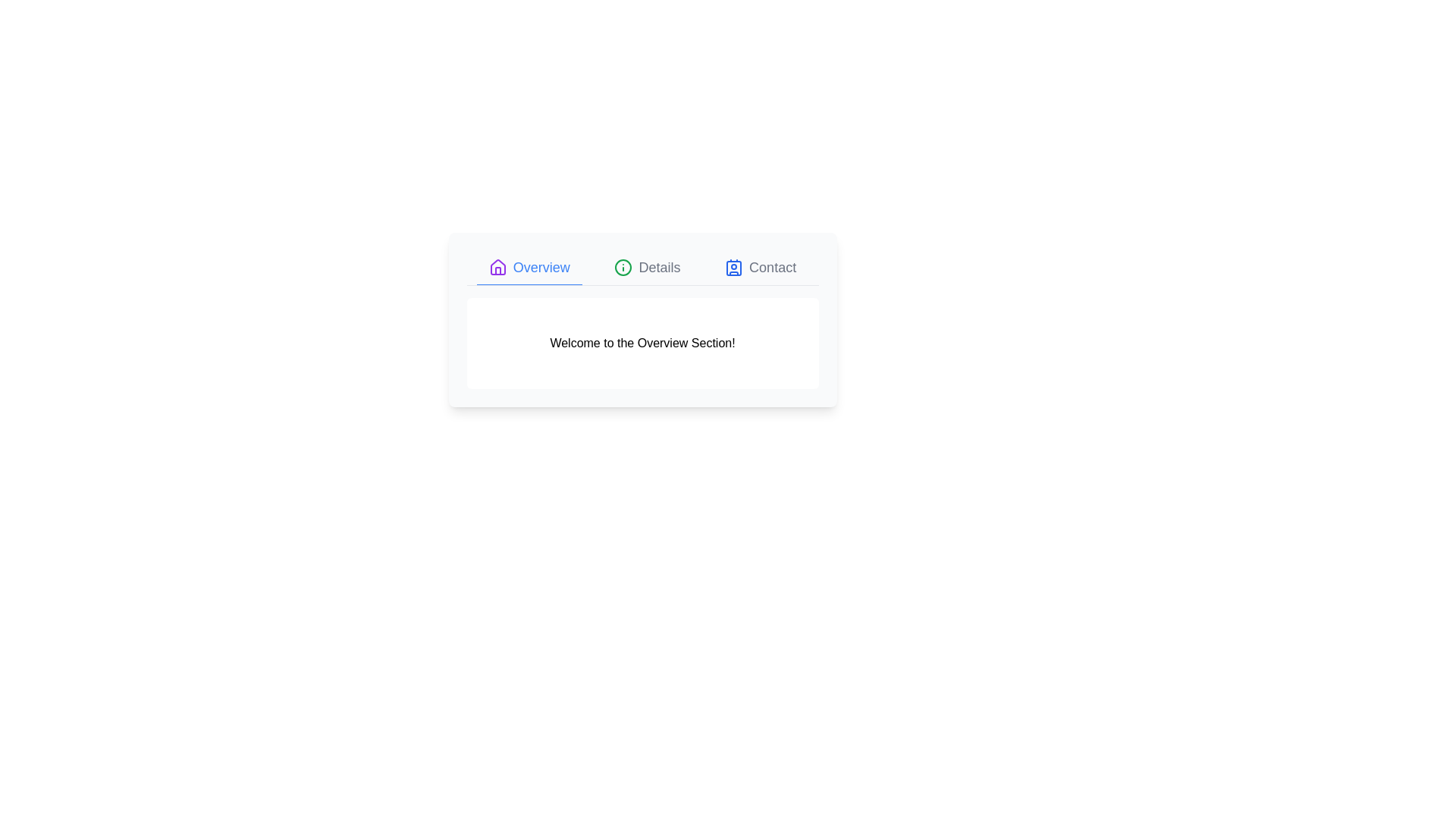  I want to click on the Overview tab to switch to its content, so click(529, 268).